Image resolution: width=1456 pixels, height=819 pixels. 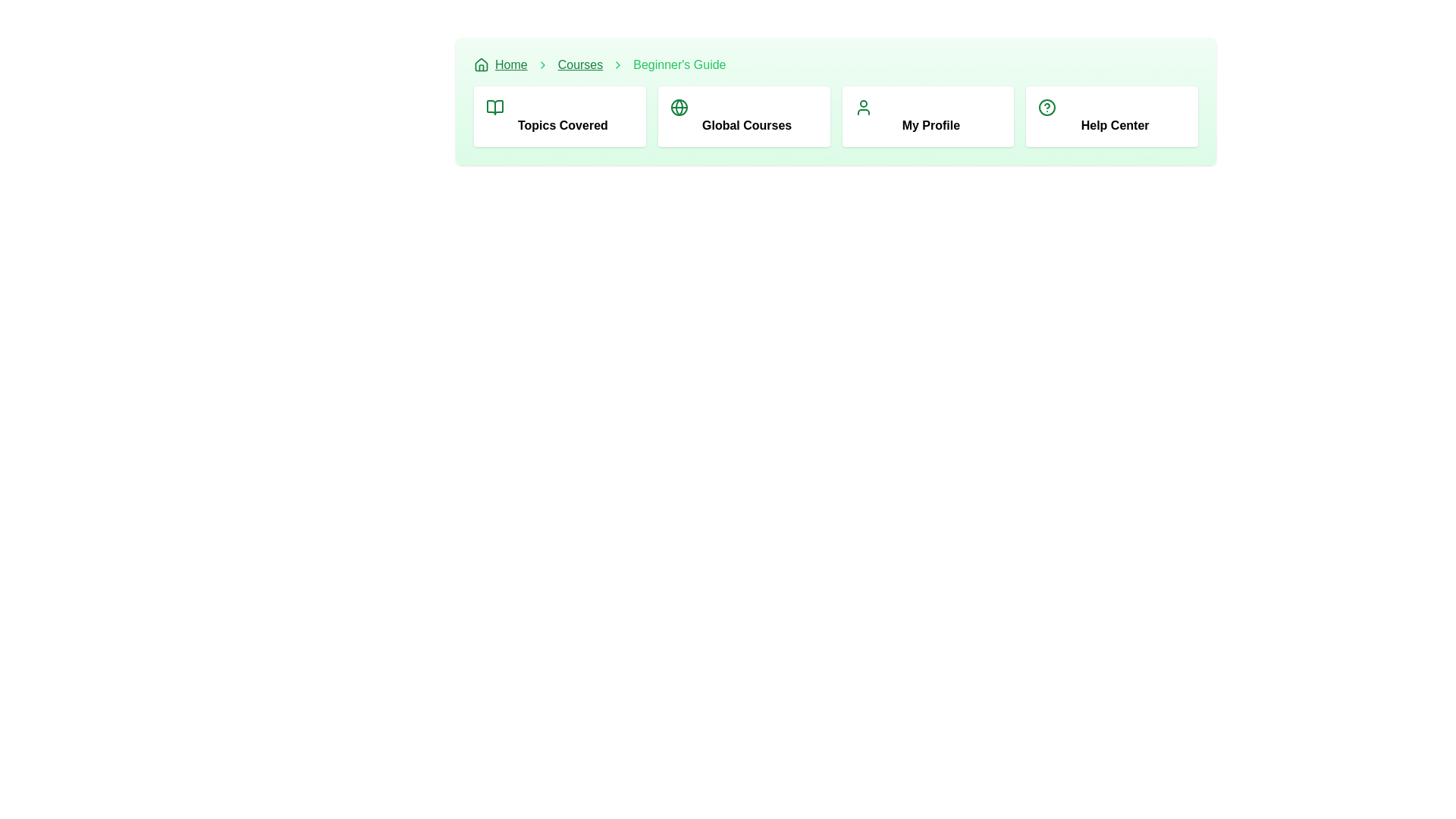 What do you see at coordinates (542, 64) in the screenshot?
I see `the green rightward-pointing chevron icon located between 'Home' and 'Courses' in the breadcrumb navigation` at bounding box center [542, 64].